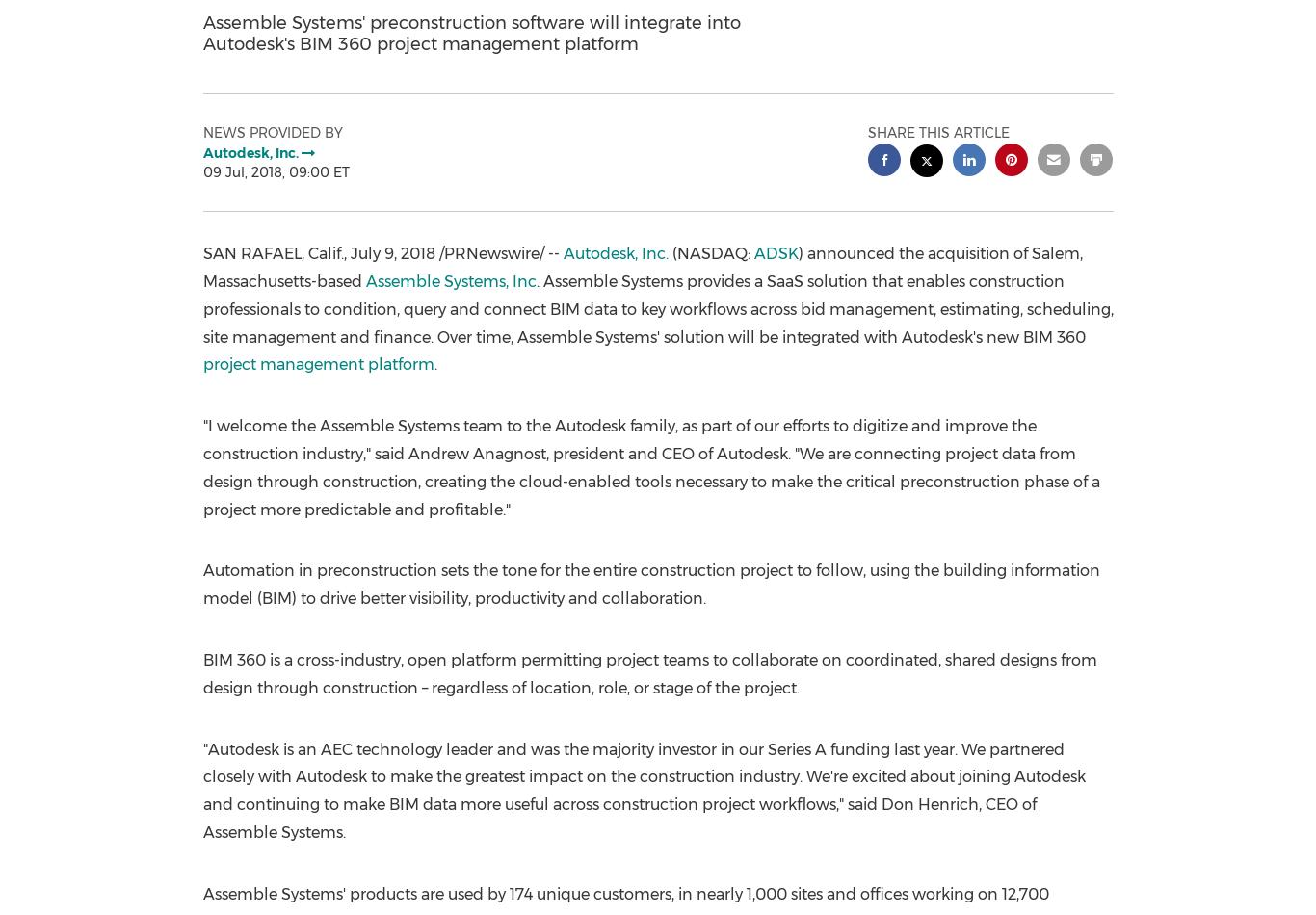  What do you see at coordinates (656, 307) in the screenshot?
I see `'. Assemble Systems provides a SaaS solution that enables construction professionals to condition, query and connect BIM data to key workflows across bid management, estimating, scheduling, site management and finance. Over time, Assemble Systems' solution will be integrated with Autodesk's new BIM 360'` at bounding box center [656, 307].